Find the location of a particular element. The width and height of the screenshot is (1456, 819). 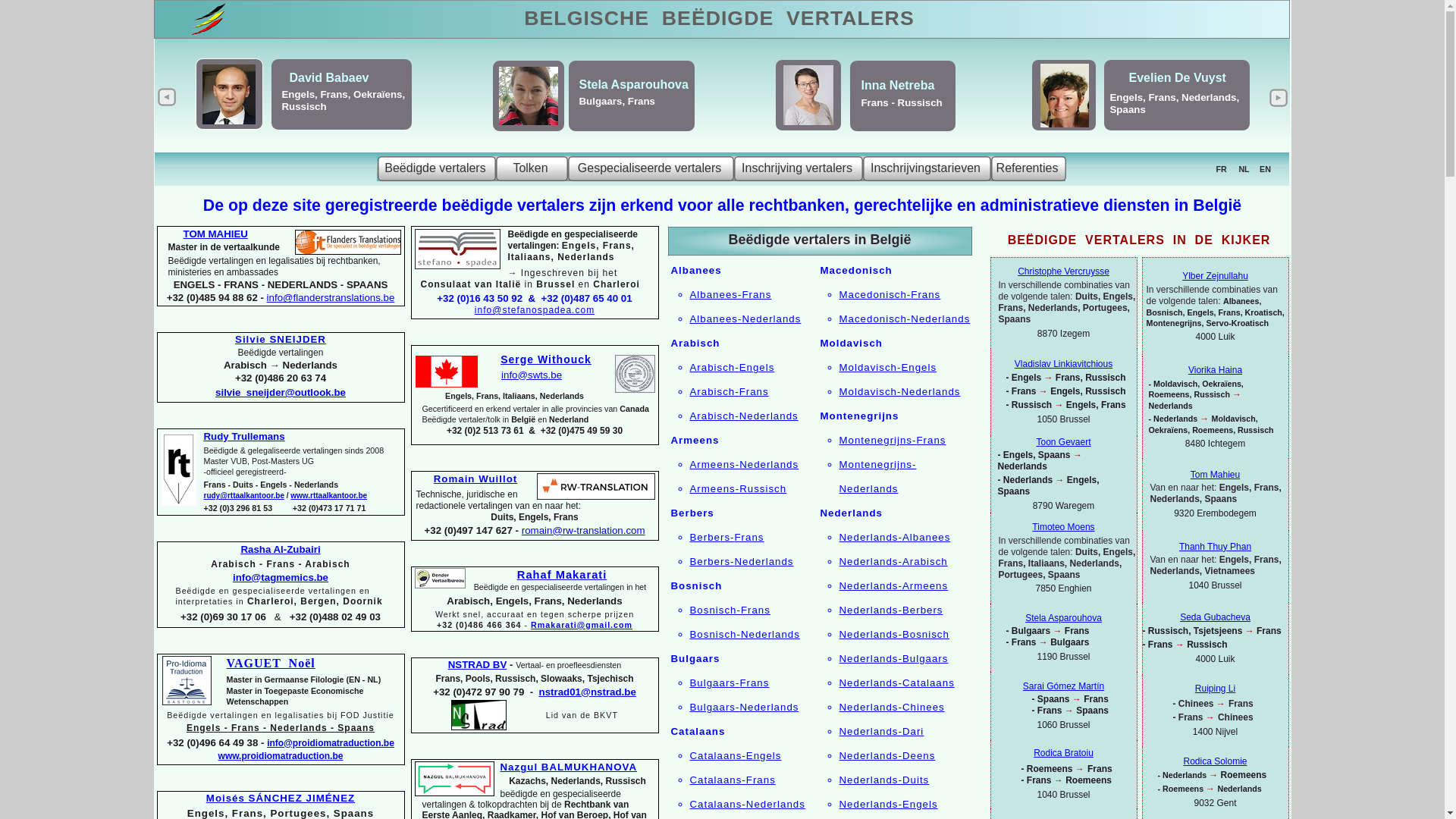

'silvie_sneijder@outlook.be' is located at coordinates (214, 391).